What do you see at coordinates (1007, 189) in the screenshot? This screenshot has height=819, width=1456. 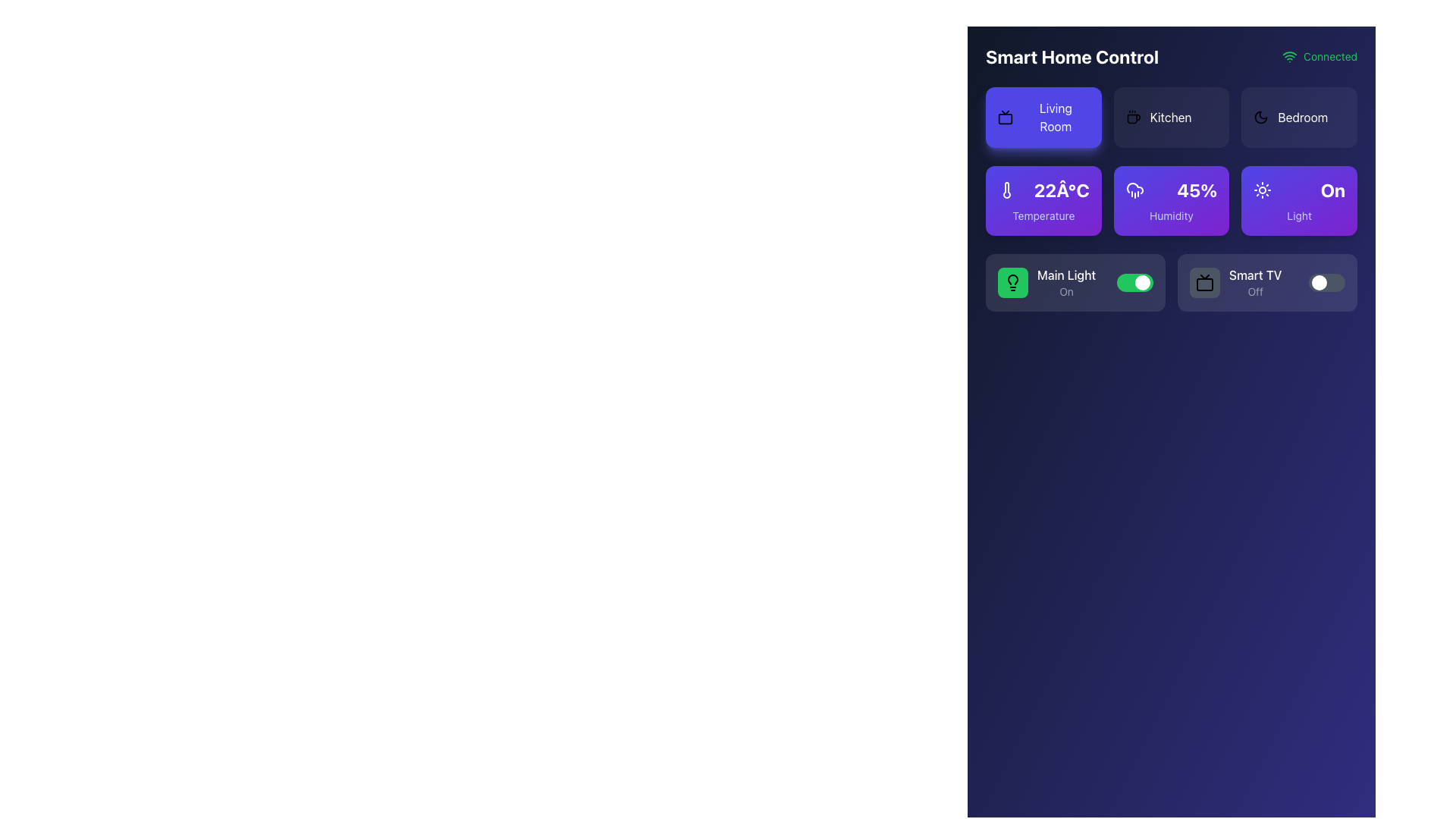 I see `the thermometer icon, which is styled with a white outline and round edges, located within a purple button displaying '22Â°C Temperature'. This icon is positioned to the left of the text and above the 'Main Light' controls` at bounding box center [1007, 189].